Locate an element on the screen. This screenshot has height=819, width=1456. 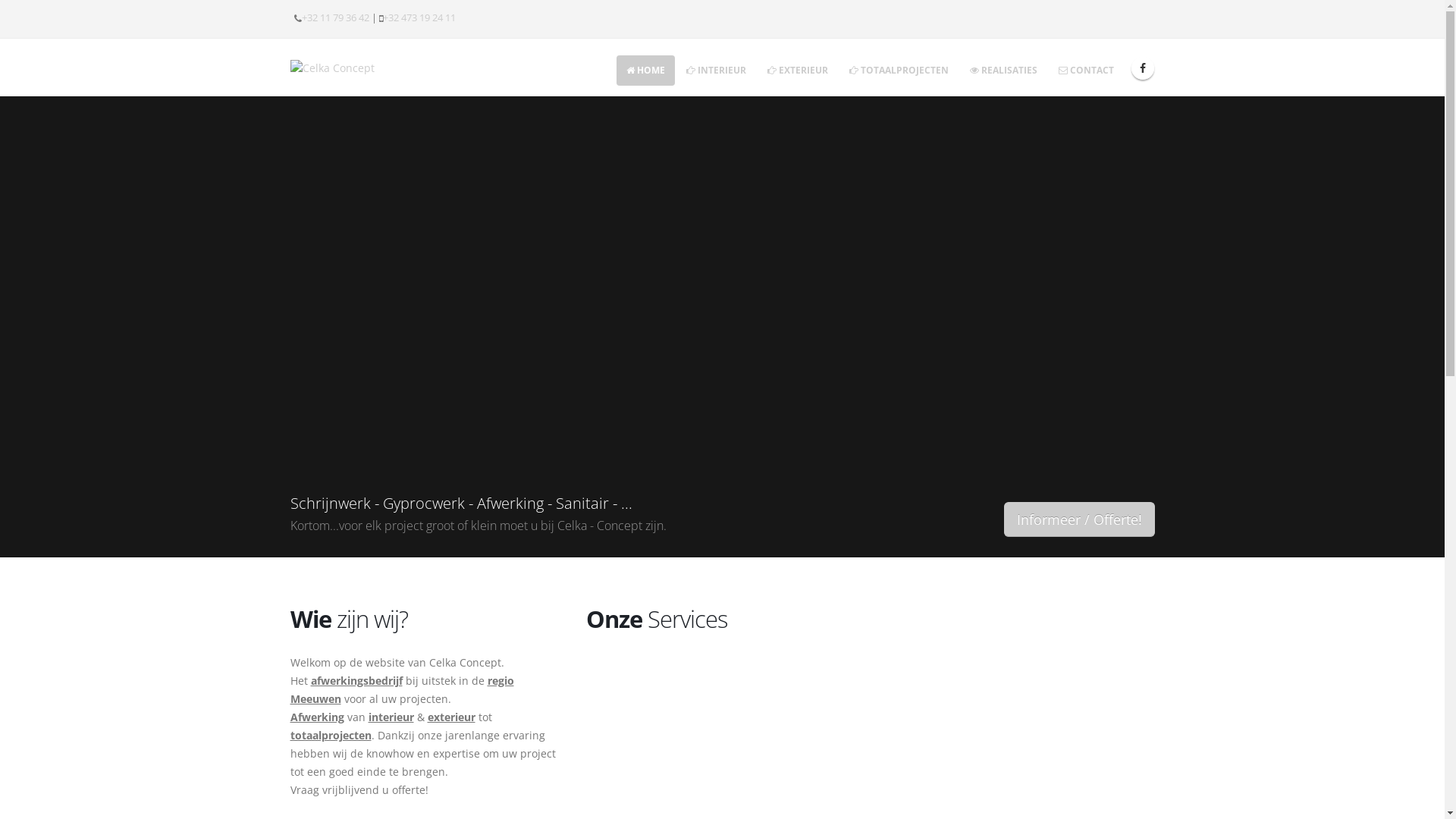
'+32 11 79 36 42' is located at coordinates (334, 17).